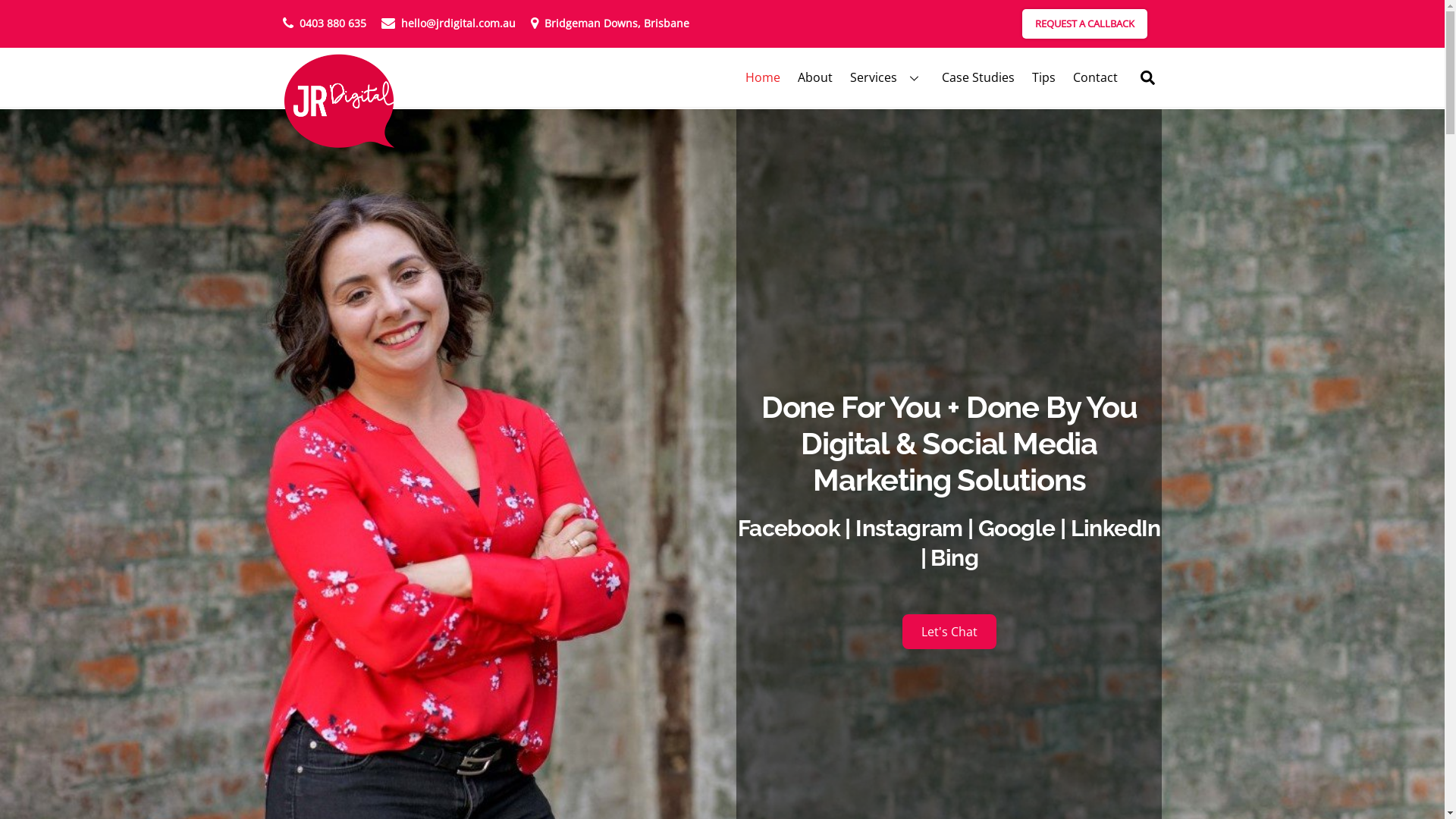 This screenshot has height=819, width=1456. Describe the element at coordinates (762, 77) in the screenshot. I see `'Home'` at that location.